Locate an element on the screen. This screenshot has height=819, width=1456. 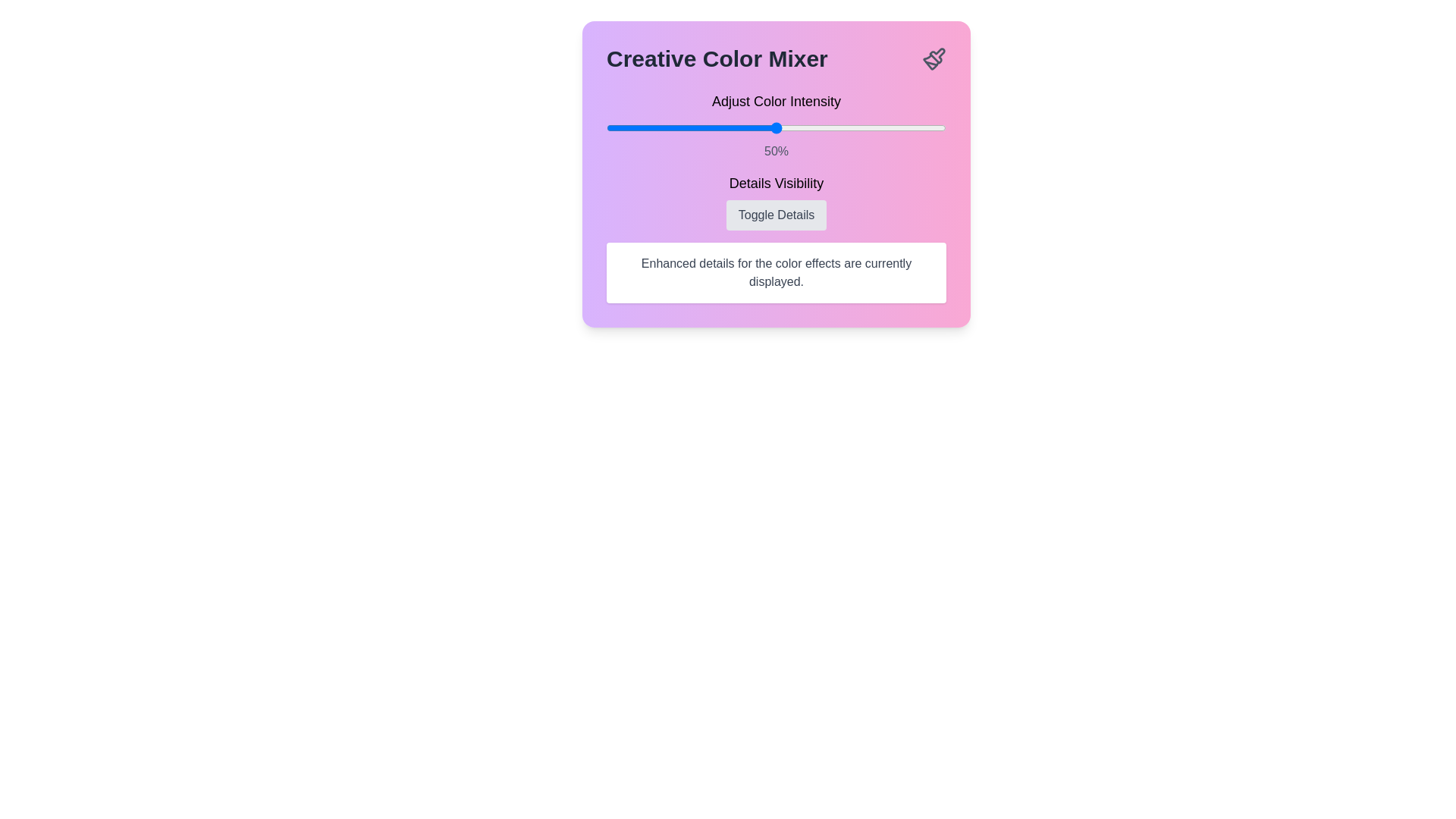
the color intensity is located at coordinates (683, 127).